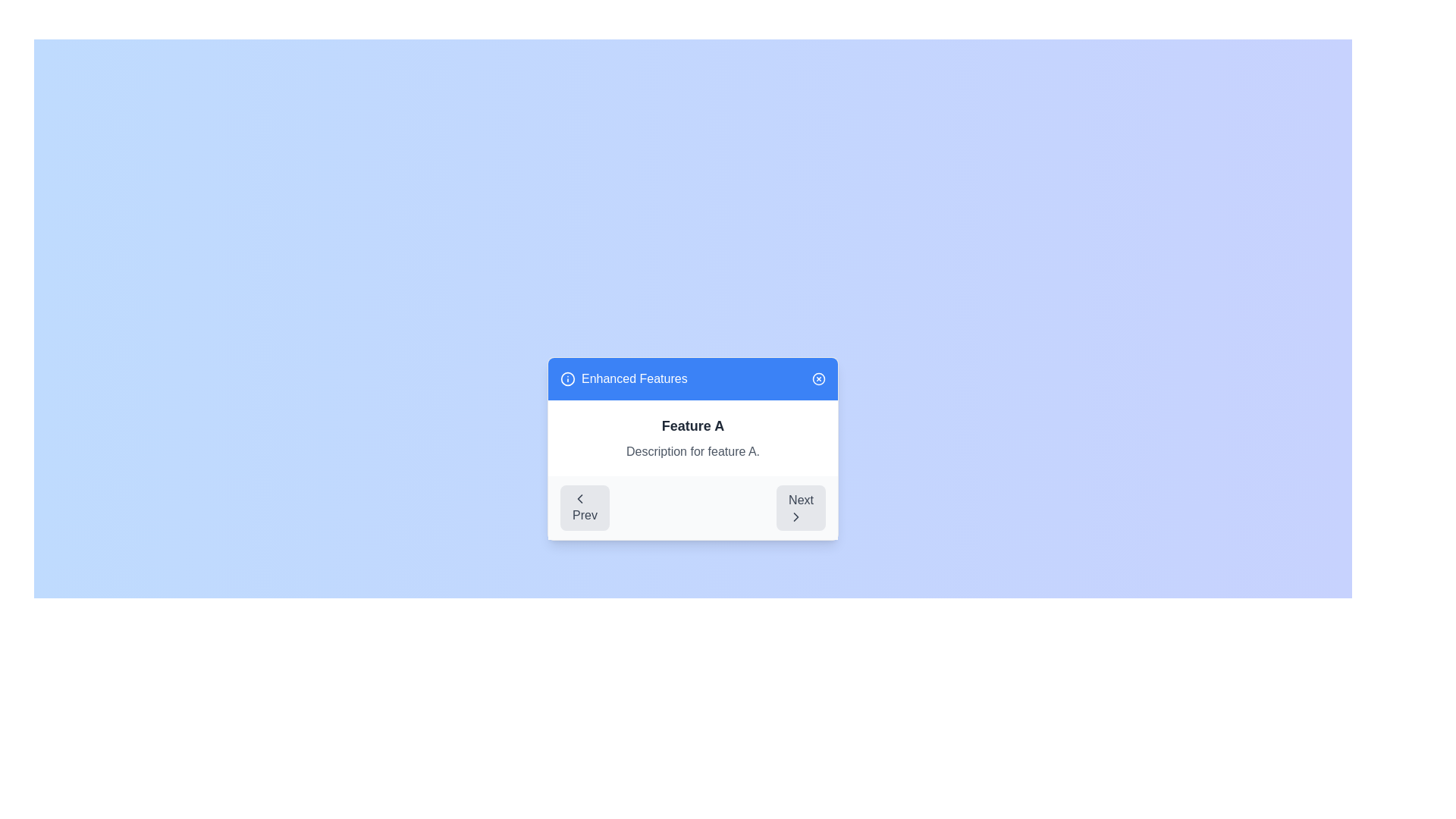 The height and width of the screenshot is (819, 1456). I want to click on text of the header label located in the top-left portion of the card's header, which provides the main focus of the card and is aligned with the text of the card below, so click(623, 378).